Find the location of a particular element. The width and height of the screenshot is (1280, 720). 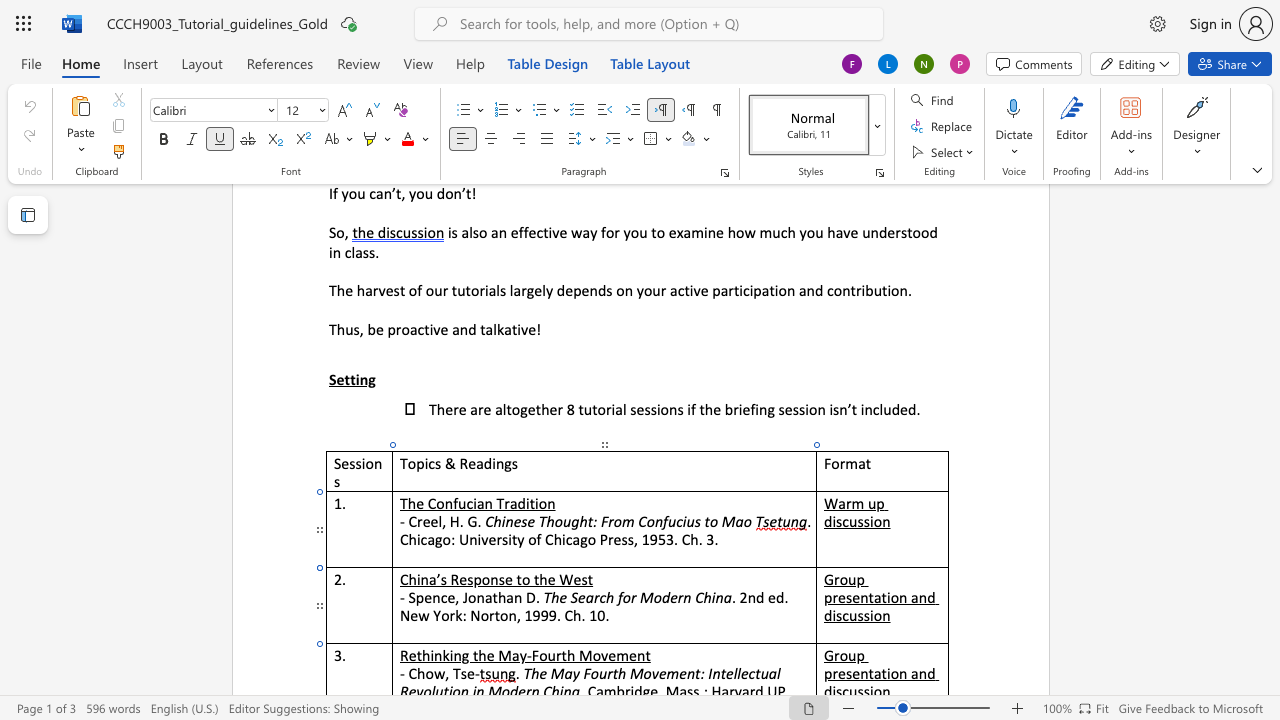

the space between the continuous character "p" and "e" in the text is located at coordinates (423, 596).